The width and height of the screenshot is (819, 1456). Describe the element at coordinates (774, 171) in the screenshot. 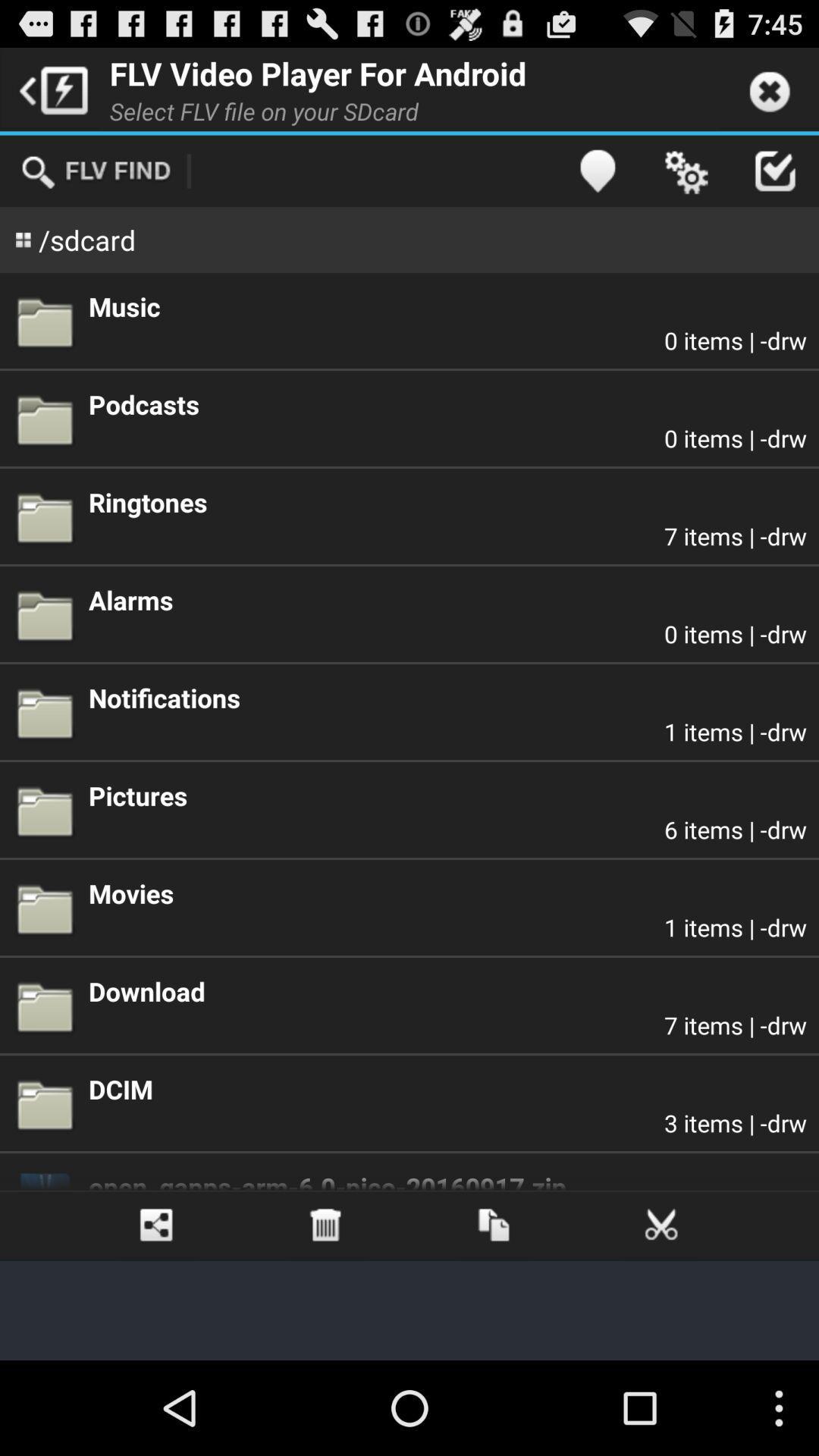

I see `app above the music icon` at that location.